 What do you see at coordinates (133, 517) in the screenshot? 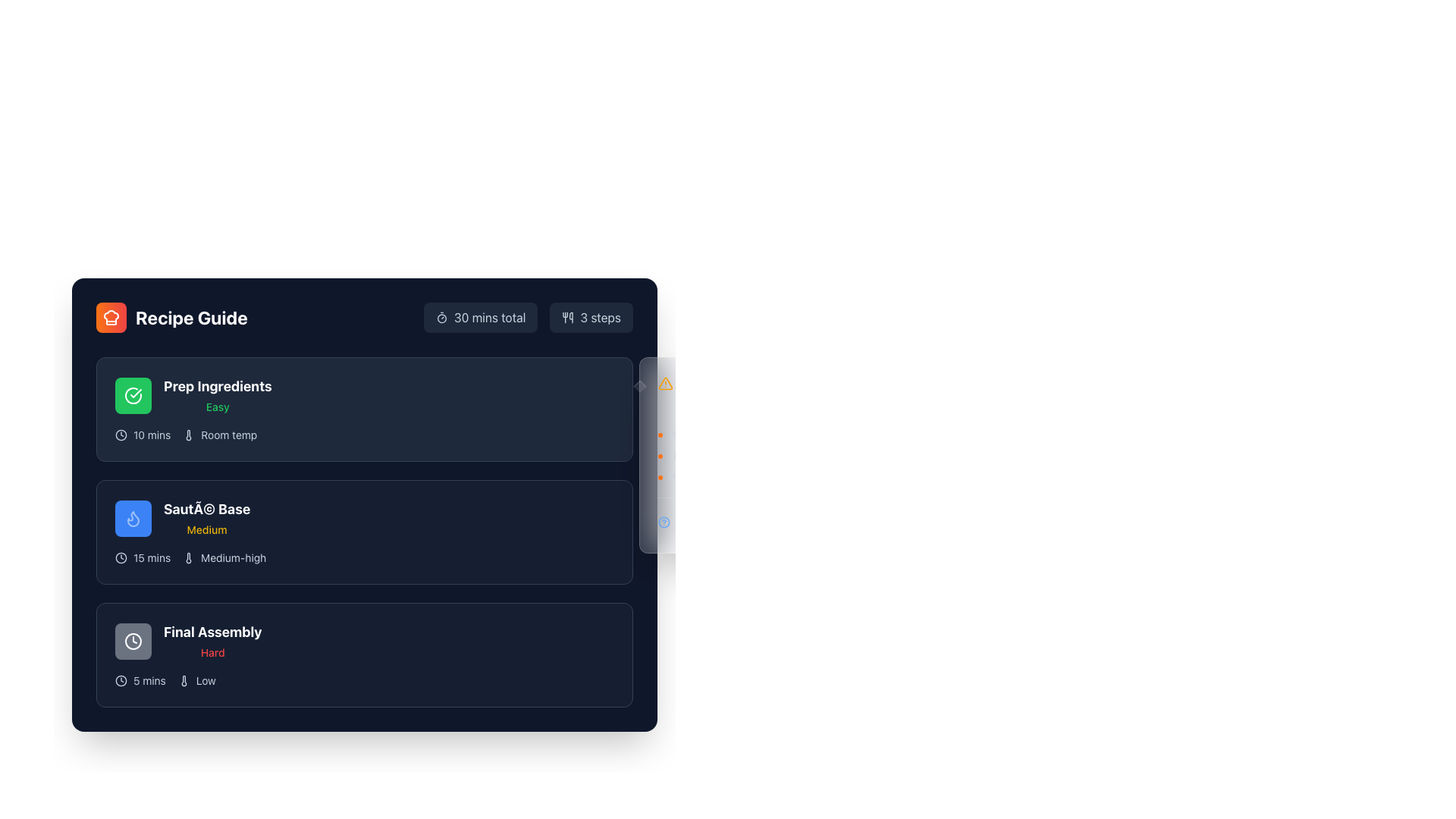
I see `the flame icon with a blue circle background and white outline located in the second row of the 'Recipe Guide' interface next to the title 'Sauté Base'` at bounding box center [133, 517].